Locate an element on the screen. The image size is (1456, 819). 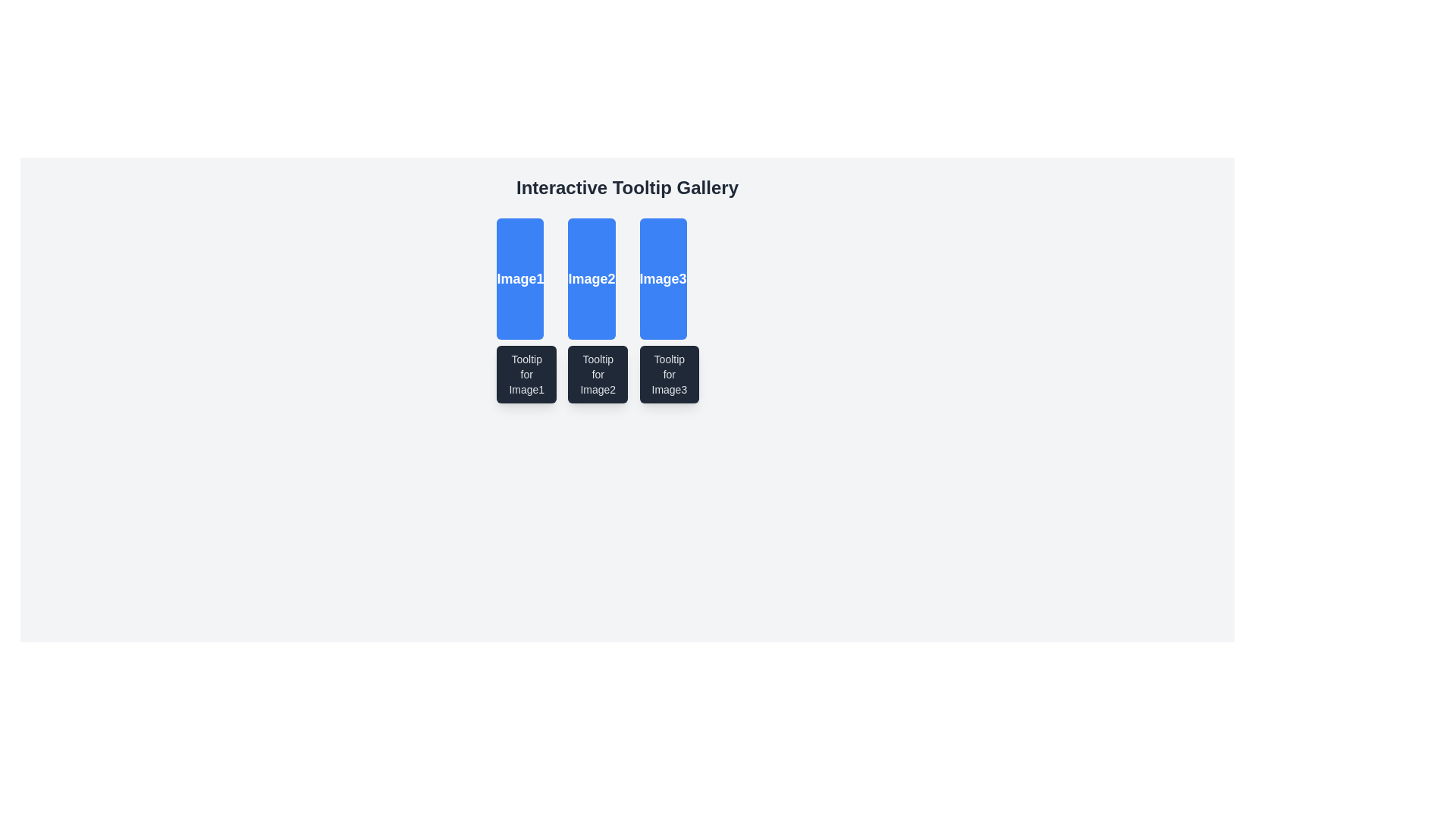
the interactive panel labeled 'Image3', which is a vertically-oriented blue rectangle with rounded corners and white text, to initiate interaction is located at coordinates (662, 278).